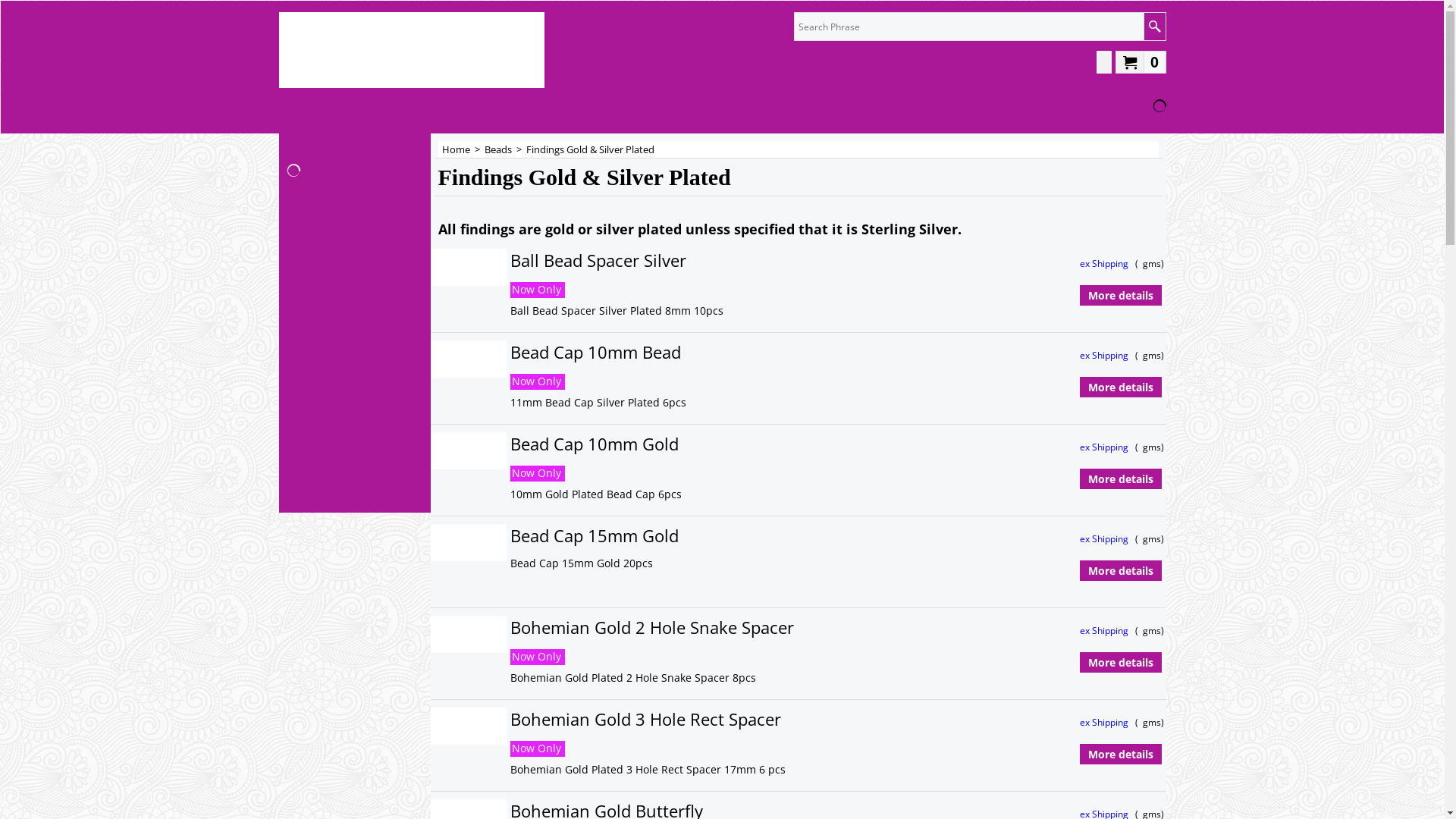 The height and width of the screenshot is (819, 1456). I want to click on 'More details', so click(1120, 662).